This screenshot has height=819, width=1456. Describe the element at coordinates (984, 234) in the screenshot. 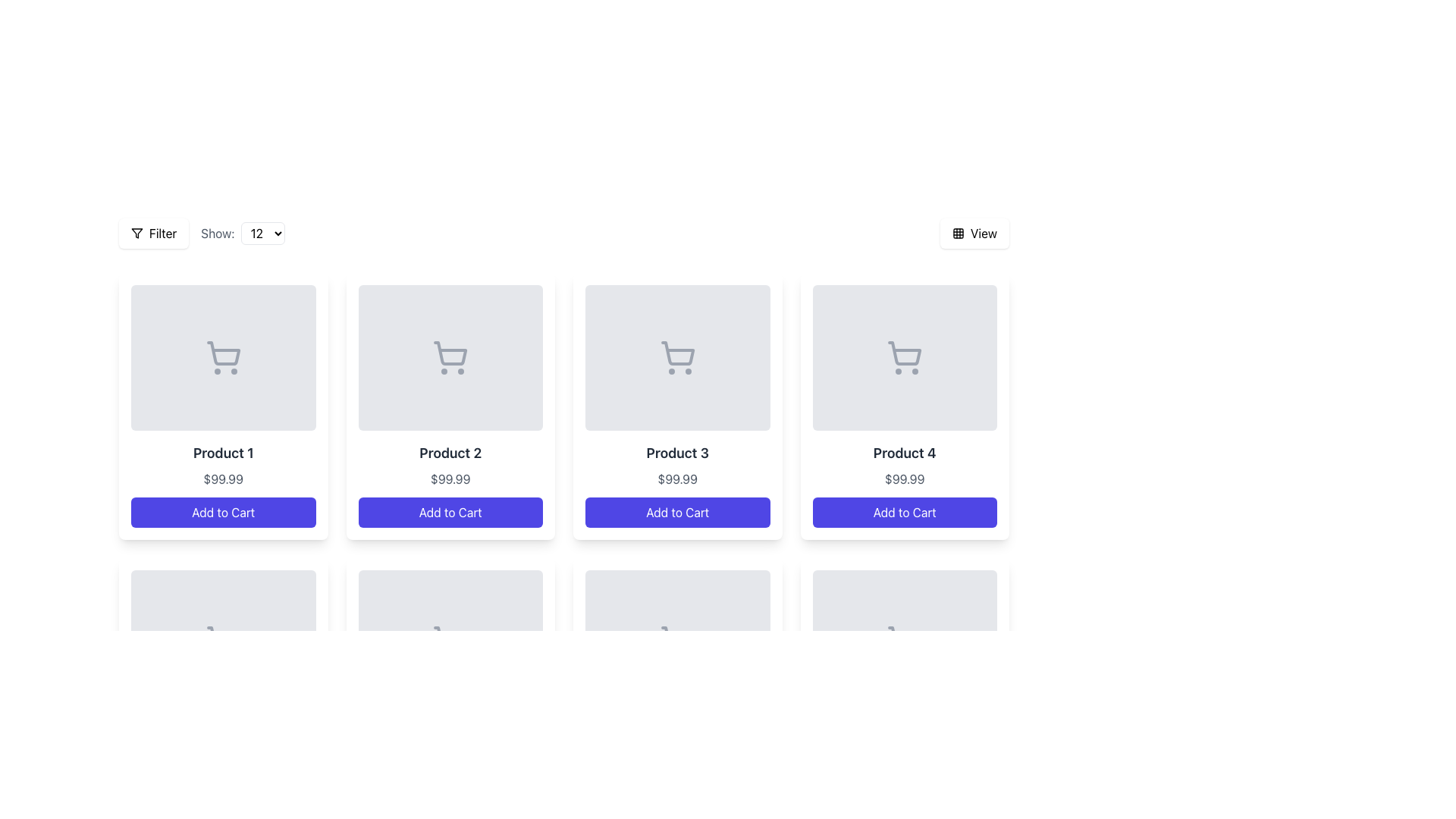

I see `the 'View' text label within the interactive button that has a white background and rounded corners, located on the top right of the interface` at that location.